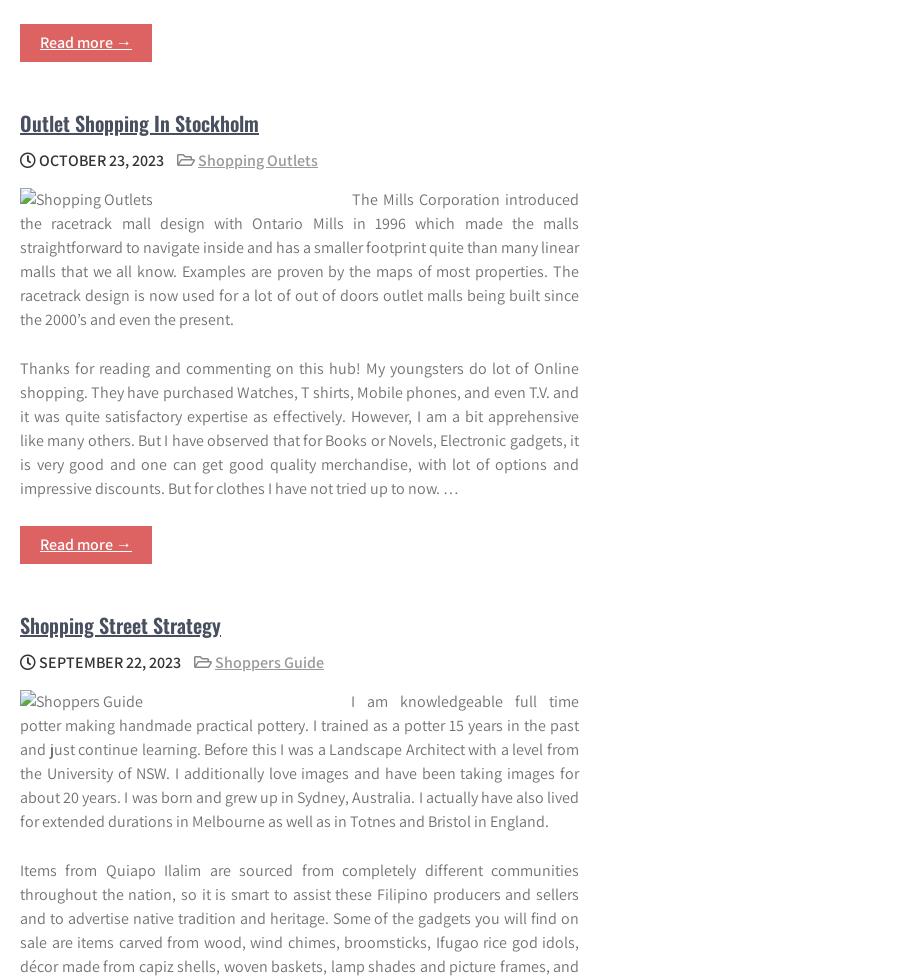 This screenshot has width=900, height=979. What do you see at coordinates (298, 427) in the screenshot?
I see `'Thanks for reading and commenting on this hub! My youngsters do lot of Online shopping. They have purchased Watches, T shirts, Mobile phones, and even T.V. and it was quite satisfactory expertise as effectively. However, I am a bit apprehensive like many others. But I have observed that for Books or Novels, Electronic gadgets, it is very good and one can get good quality merchandise, with lot of options and impressive discounts. But for clothes I have not tried up to now. …'` at bounding box center [298, 427].